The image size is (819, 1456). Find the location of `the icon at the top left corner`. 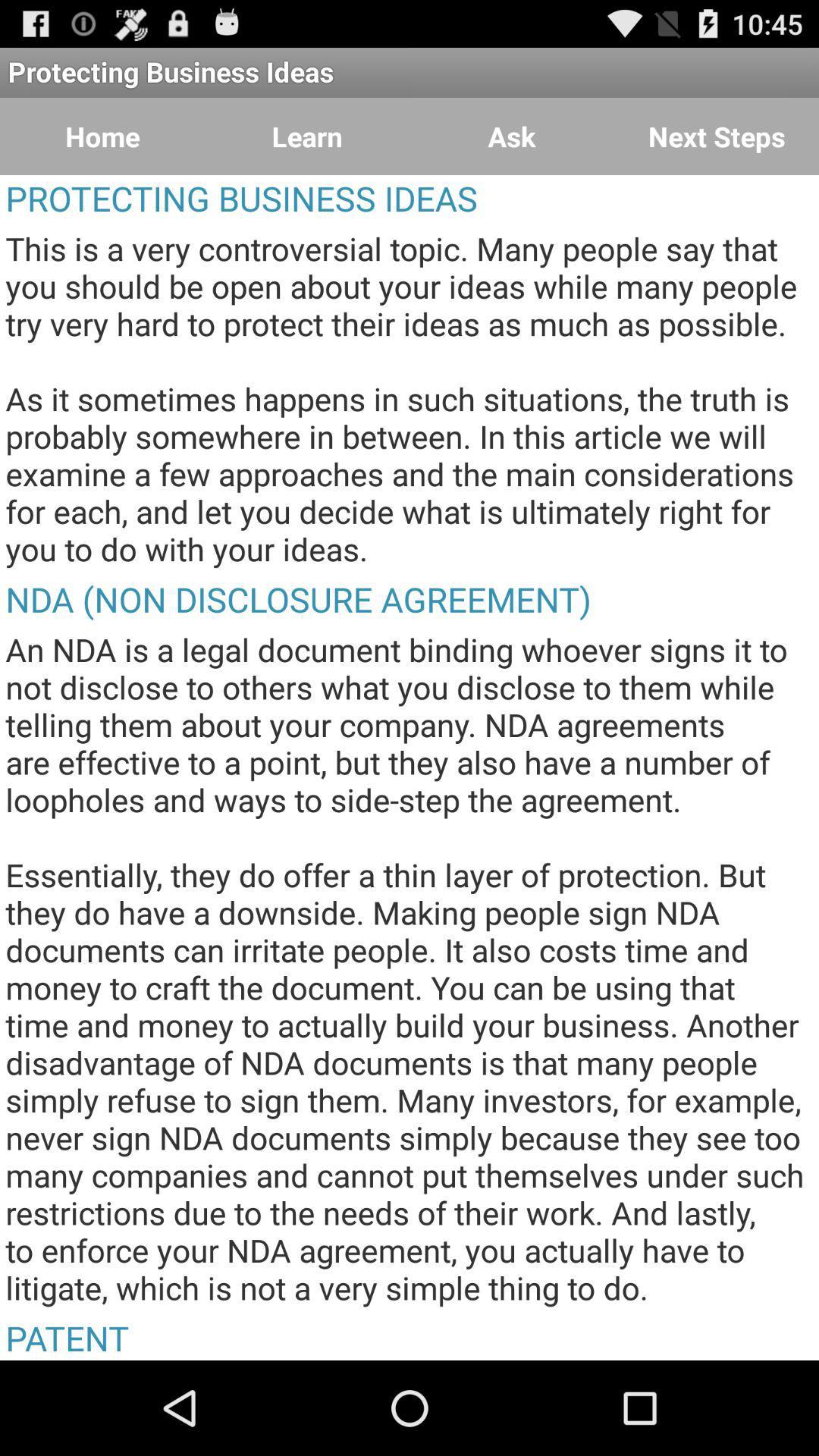

the icon at the top left corner is located at coordinates (102, 136).